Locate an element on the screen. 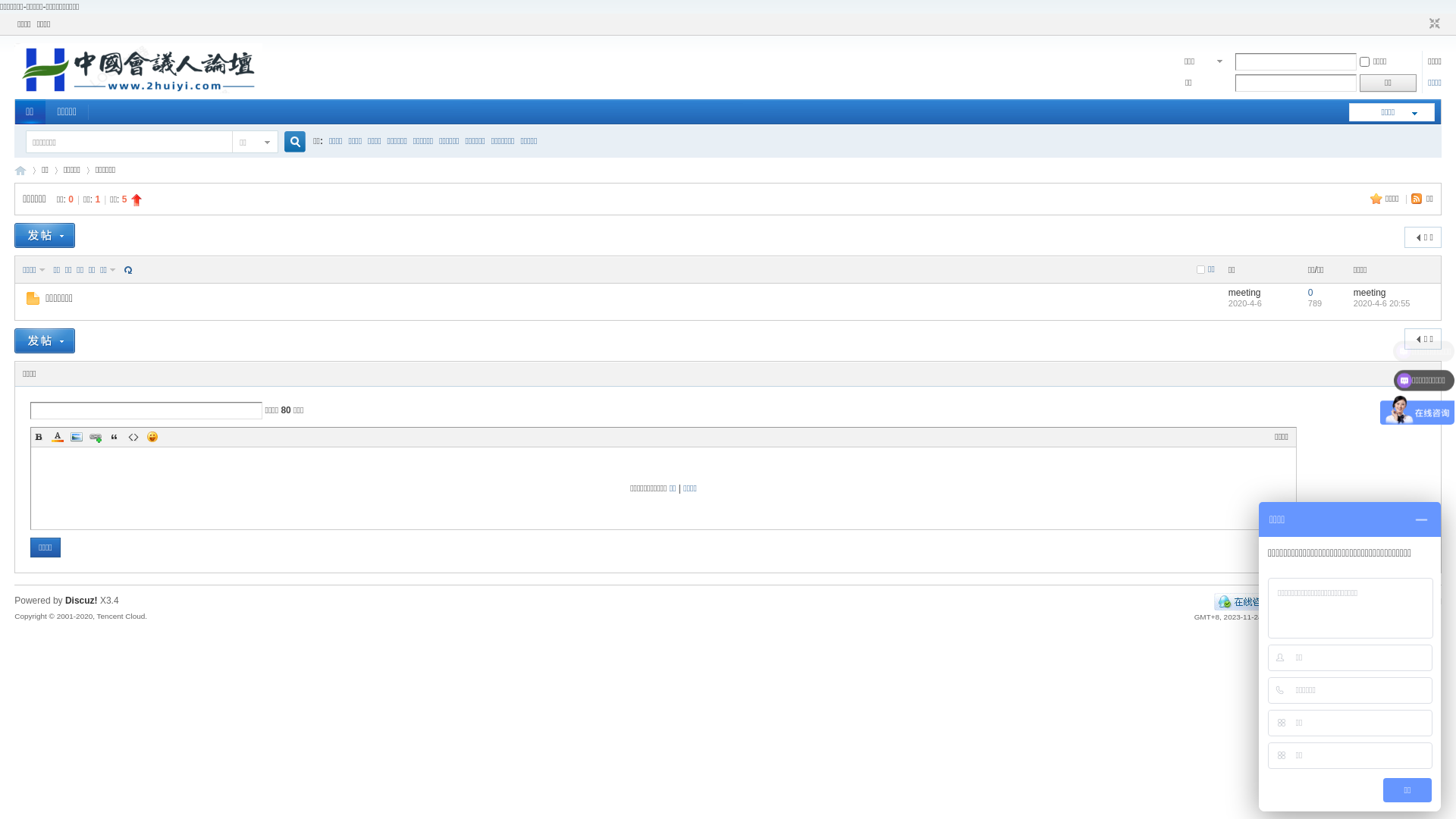 The image size is (1456, 819). 'Image' is located at coordinates (68, 436).